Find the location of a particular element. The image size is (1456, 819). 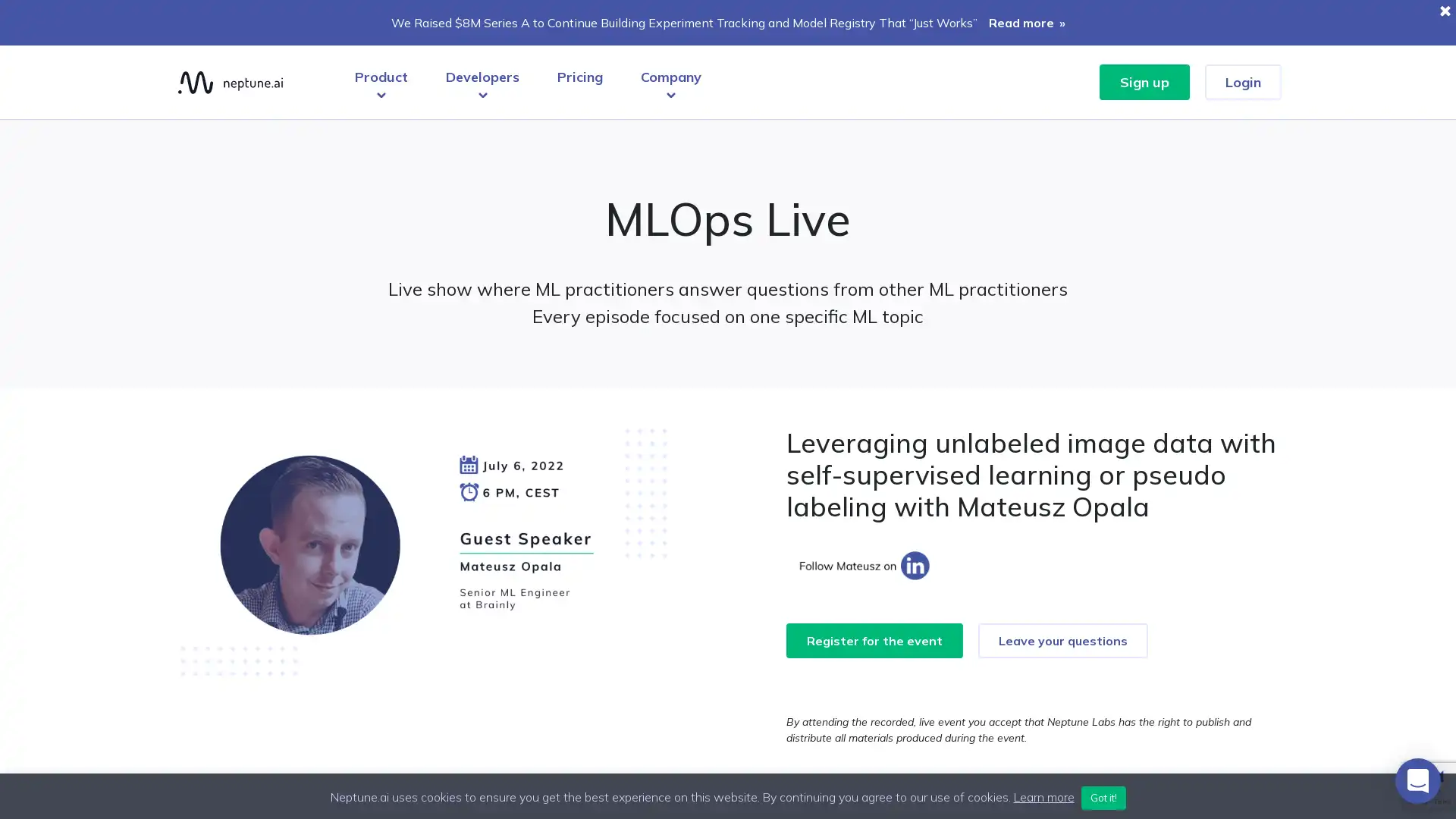

Submit is located at coordinates (728, 491).